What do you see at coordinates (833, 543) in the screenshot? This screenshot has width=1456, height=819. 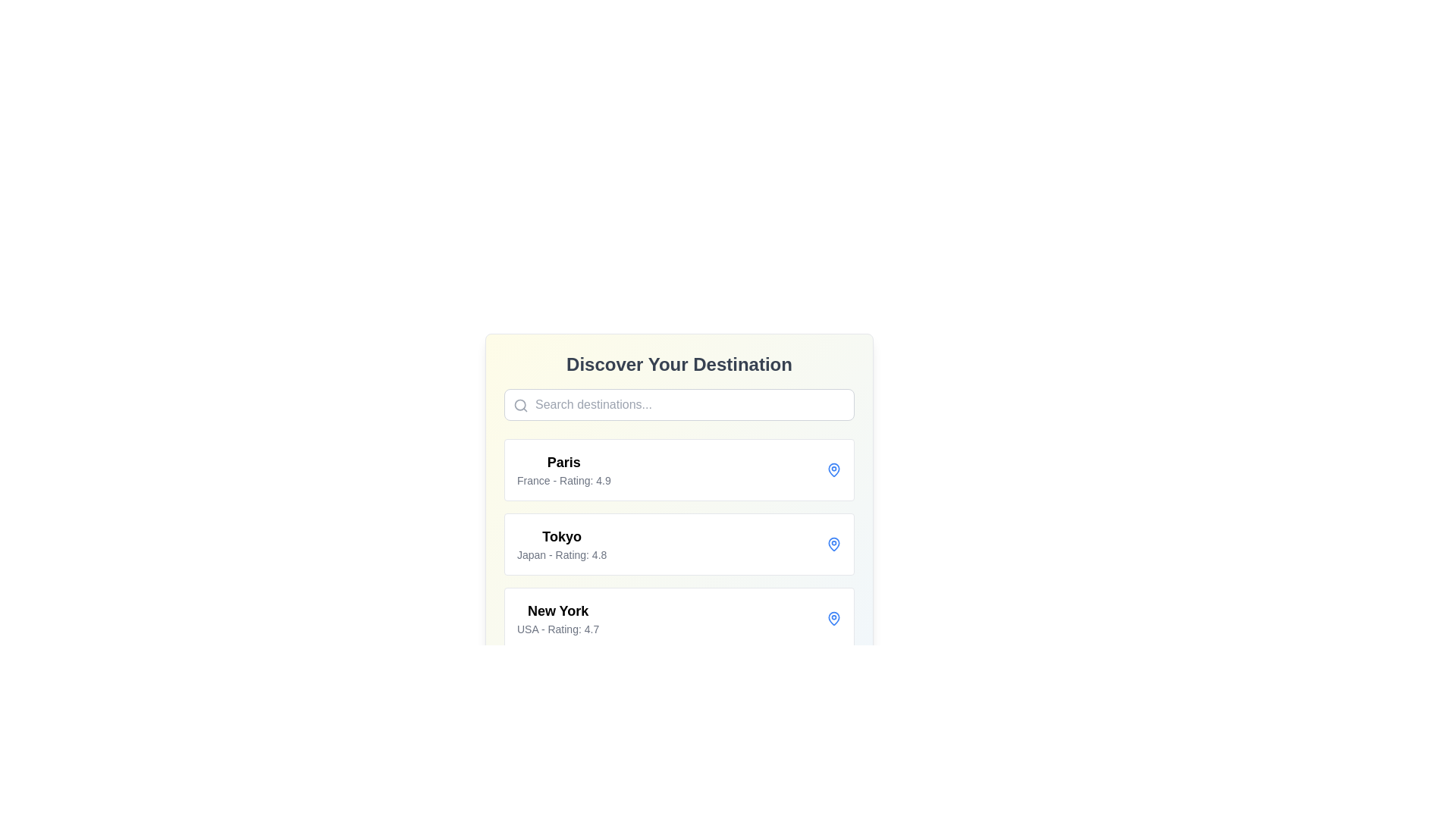 I see `the pin icon located at the rightmost position of the list item labeled 'Tokyo', which is positioned in the middle entry of the list` at bounding box center [833, 543].